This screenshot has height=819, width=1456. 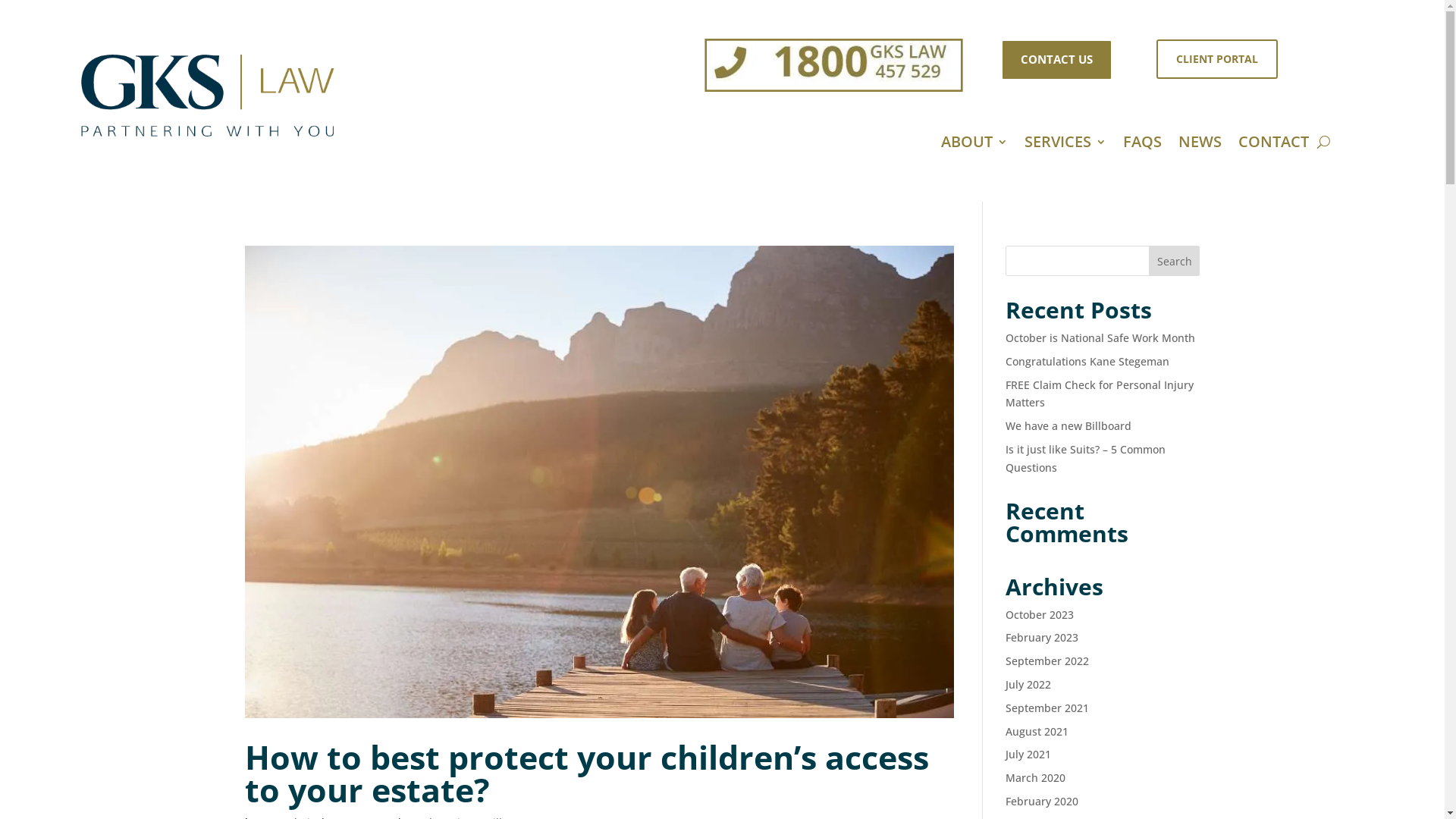 What do you see at coordinates (1068, 425) in the screenshot?
I see `'We have a new Billboard'` at bounding box center [1068, 425].